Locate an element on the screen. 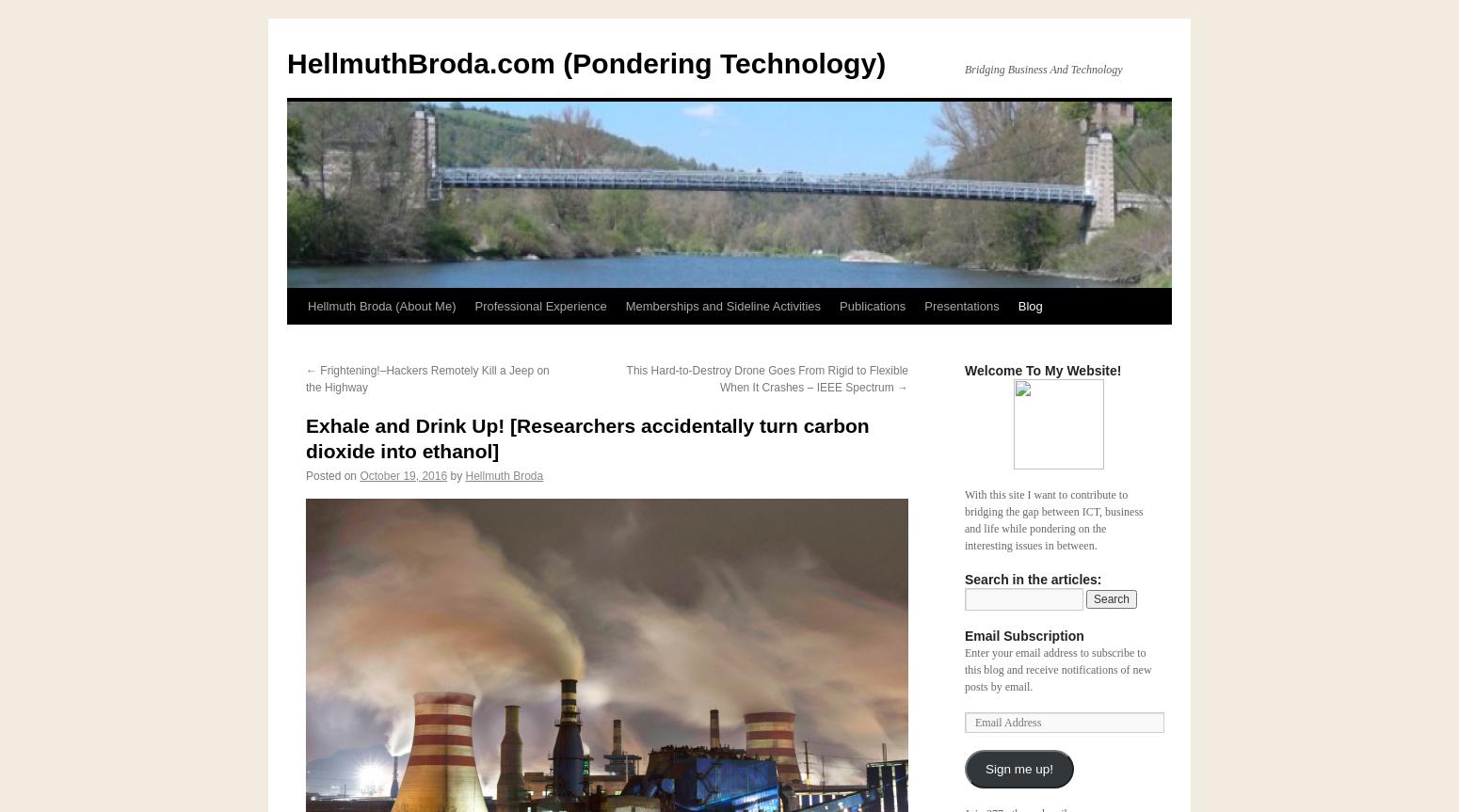  'Hellmuth Broda' is located at coordinates (503, 474).